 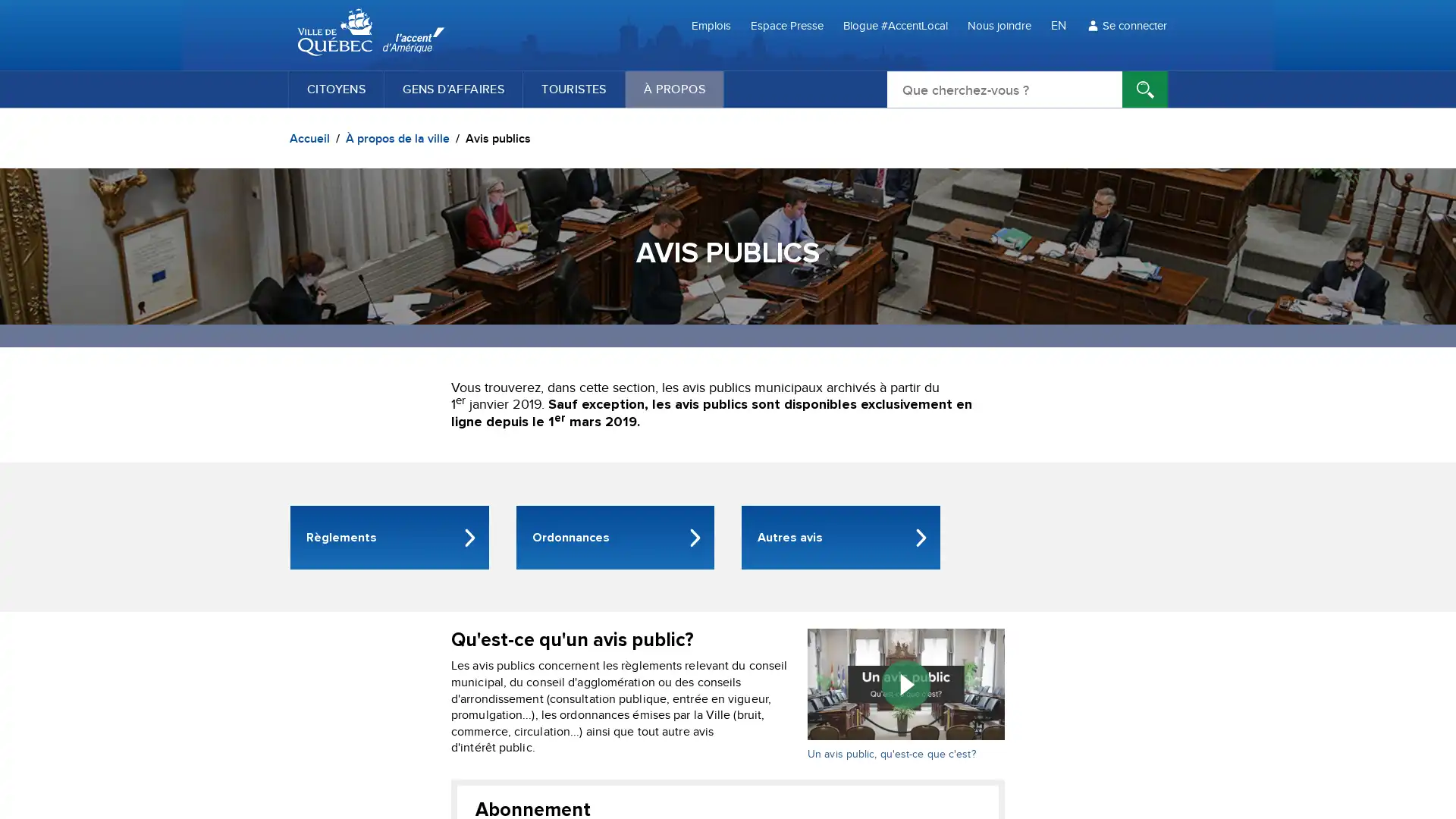 What do you see at coordinates (1145, 89) in the screenshot?
I see `Rechercher` at bounding box center [1145, 89].